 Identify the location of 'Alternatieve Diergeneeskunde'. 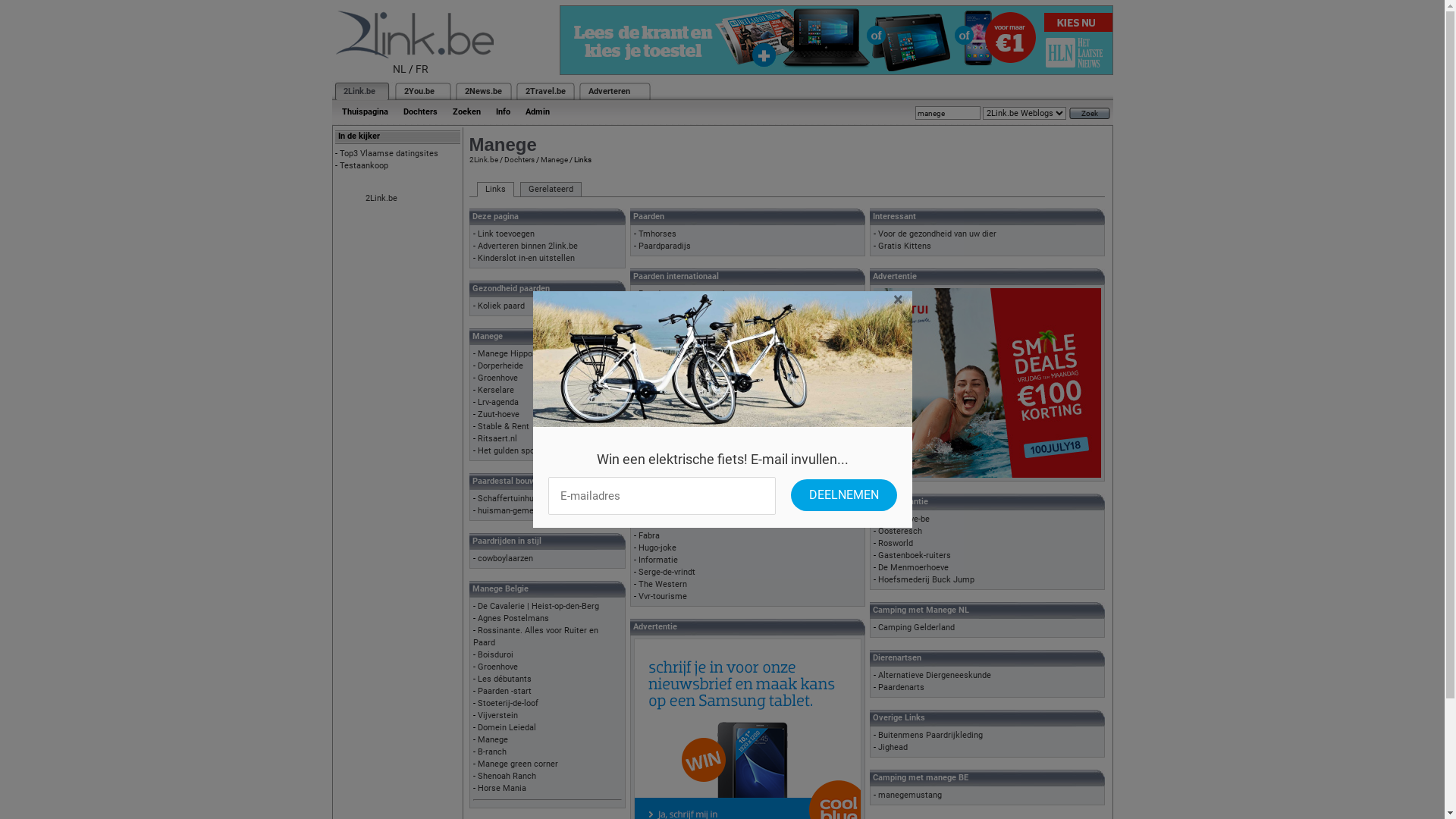
(877, 674).